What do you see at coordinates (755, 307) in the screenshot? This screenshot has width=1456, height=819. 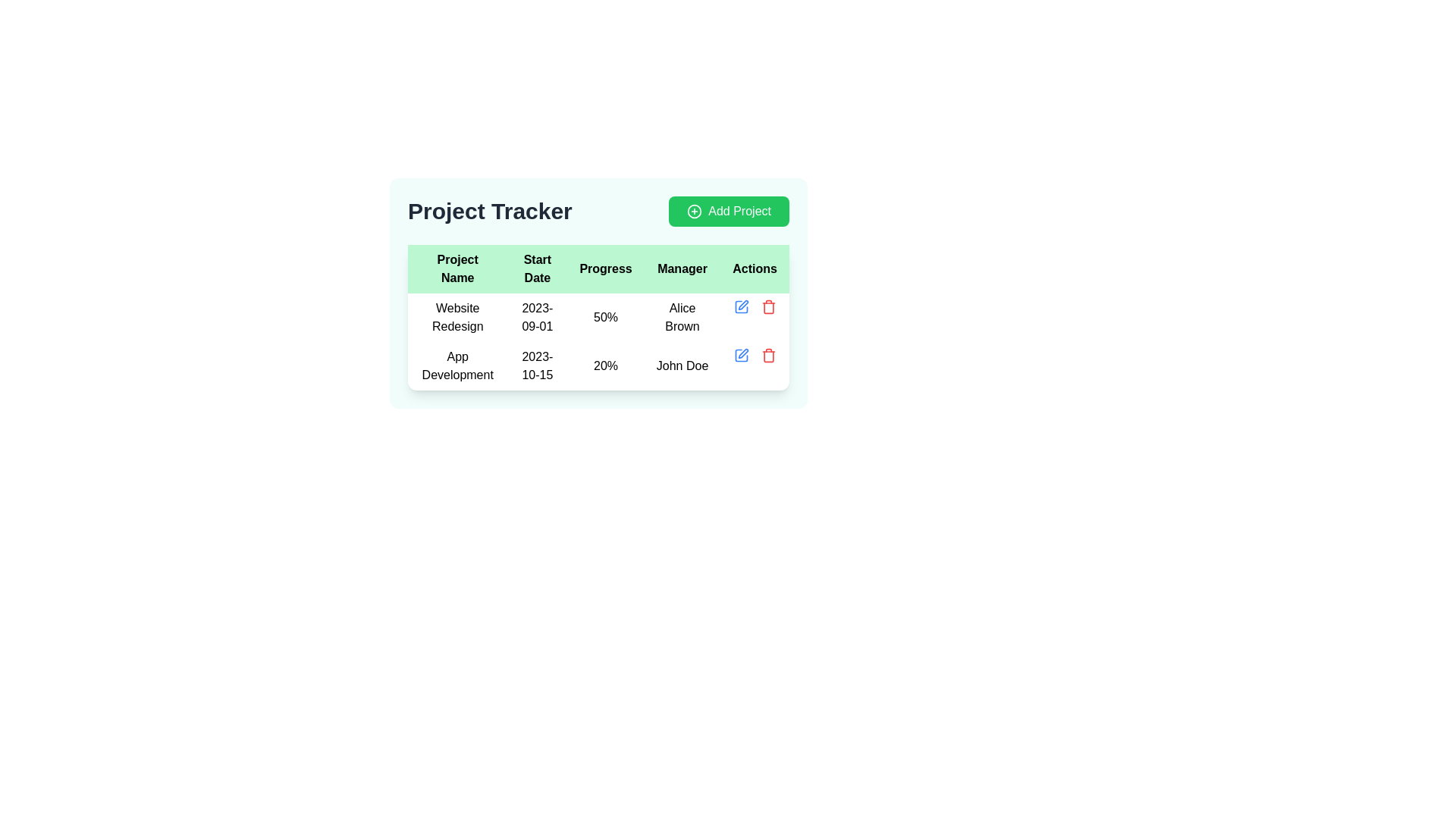 I see `the interactive icons representing actions for the 'Website Redesign' project entry` at bounding box center [755, 307].